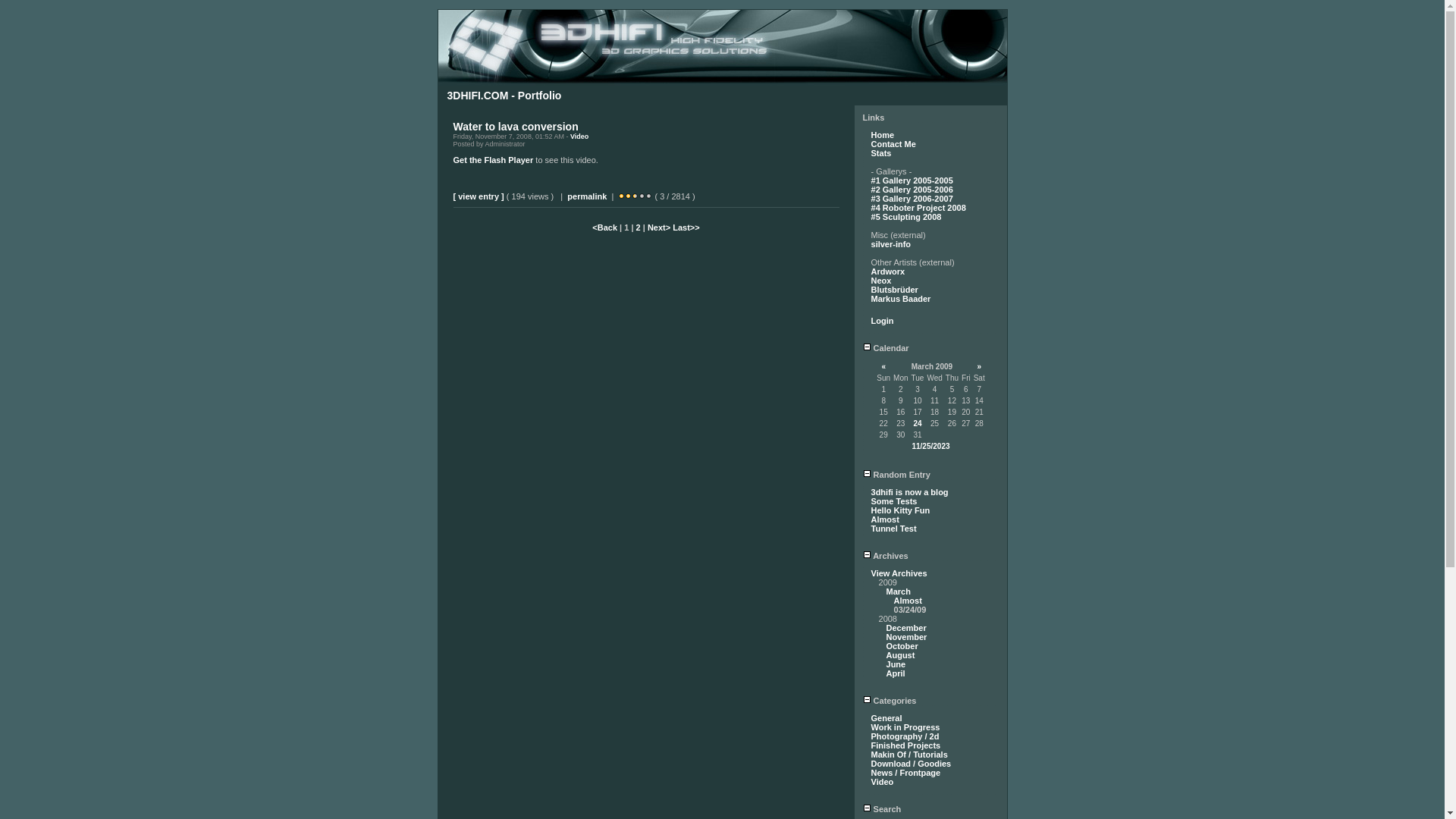 Image resolution: width=1456 pixels, height=819 pixels. I want to click on 'Get the Flash Player', so click(494, 160).